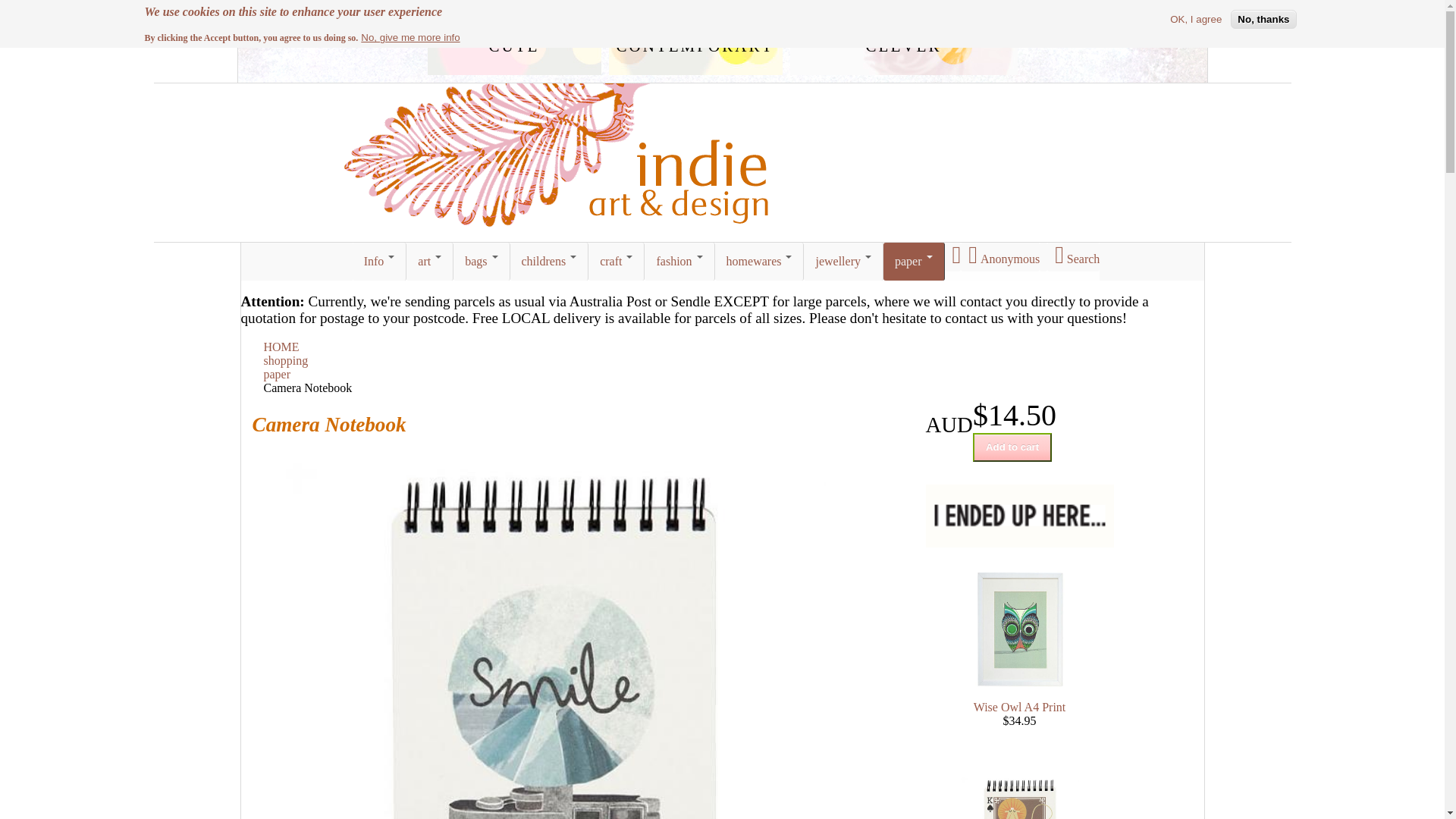 Image resolution: width=1456 pixels, height=819 pixels. What do you see at coordinates (903, 43) in the screenshot?
I see `'clever'` at bounding box center [903, 43].